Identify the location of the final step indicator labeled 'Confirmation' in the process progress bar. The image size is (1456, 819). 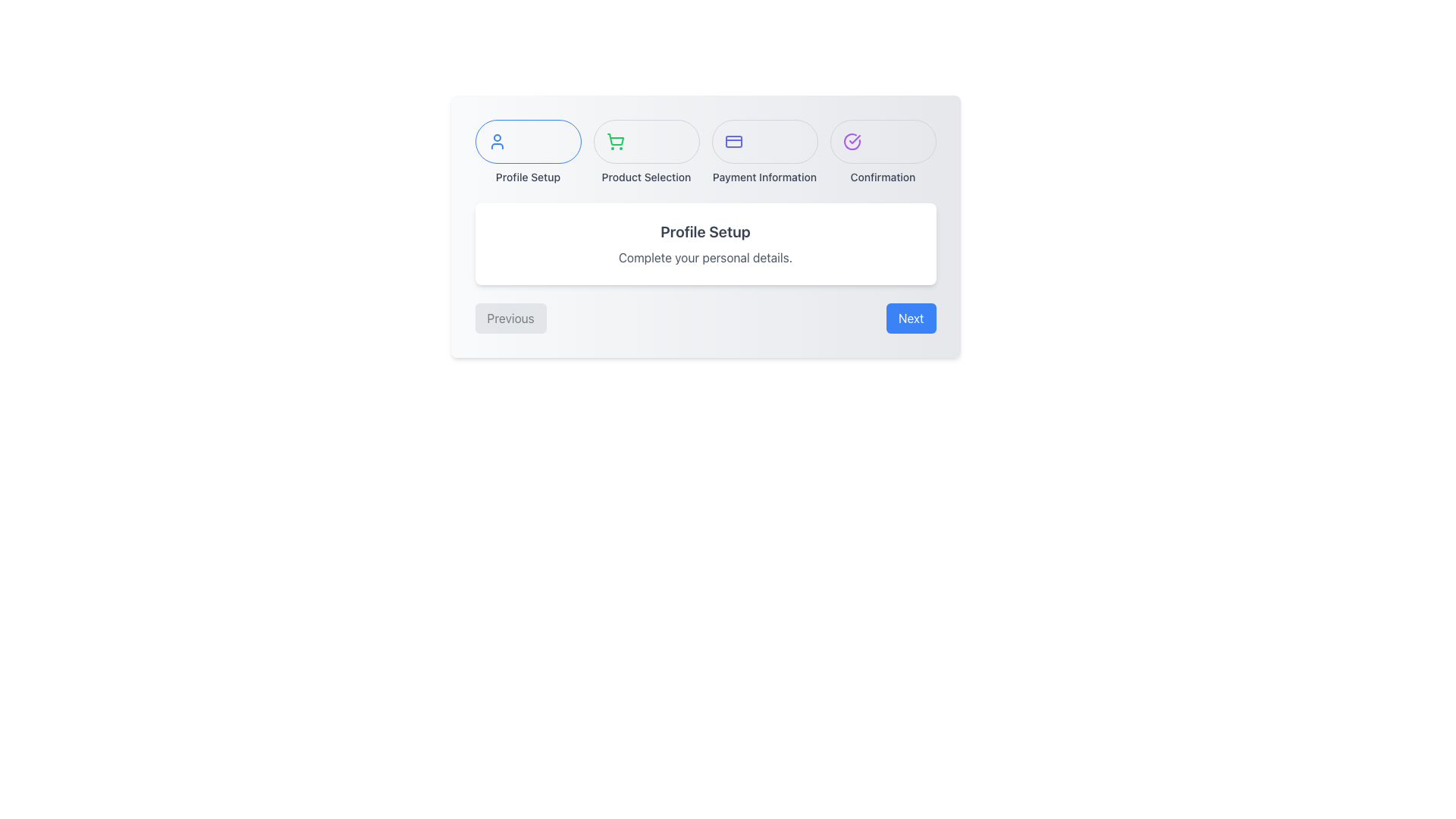
(883, 152).